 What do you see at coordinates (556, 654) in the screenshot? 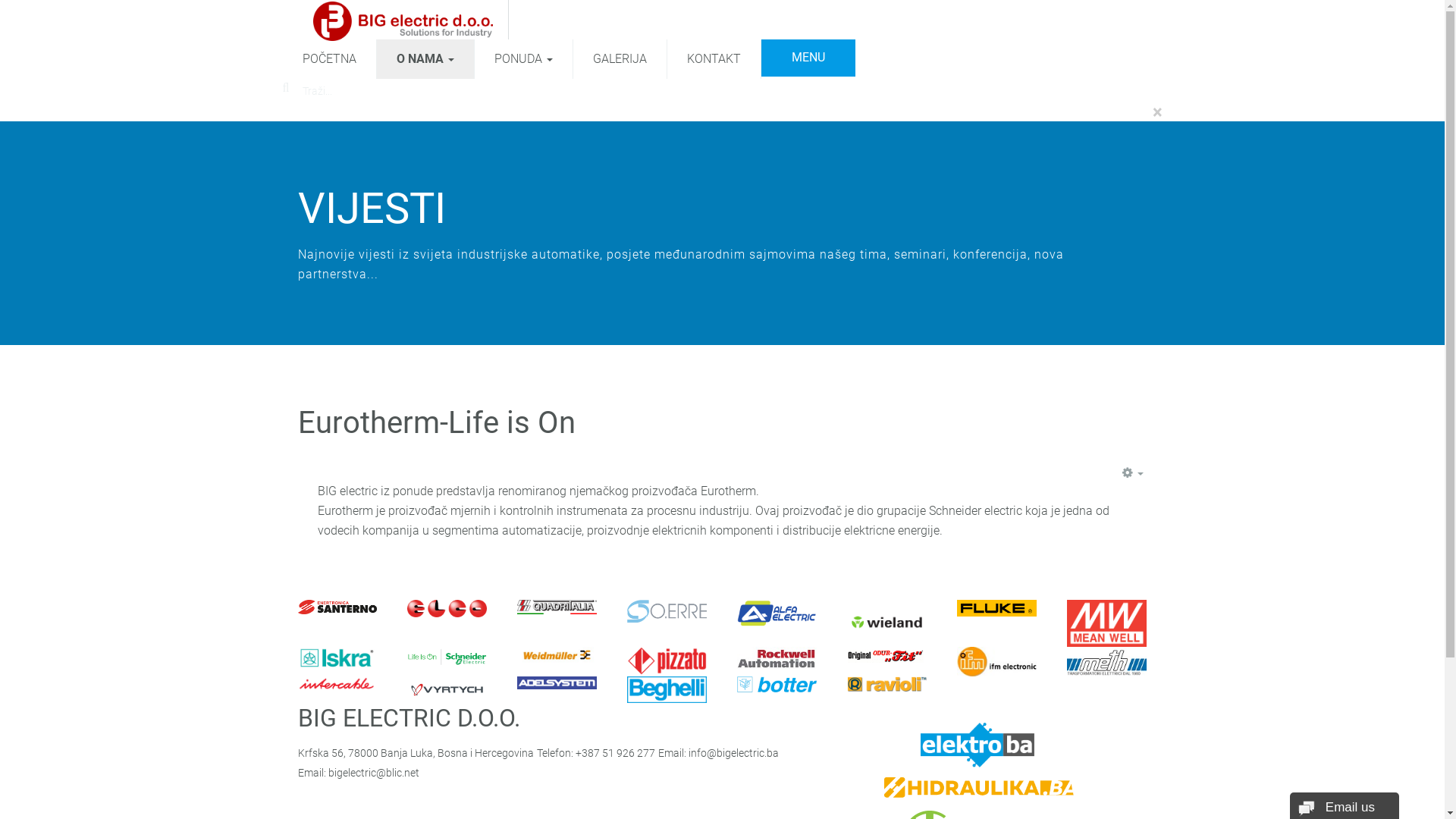
I see `'Weidmuller'` at bounding box center [556, 654].